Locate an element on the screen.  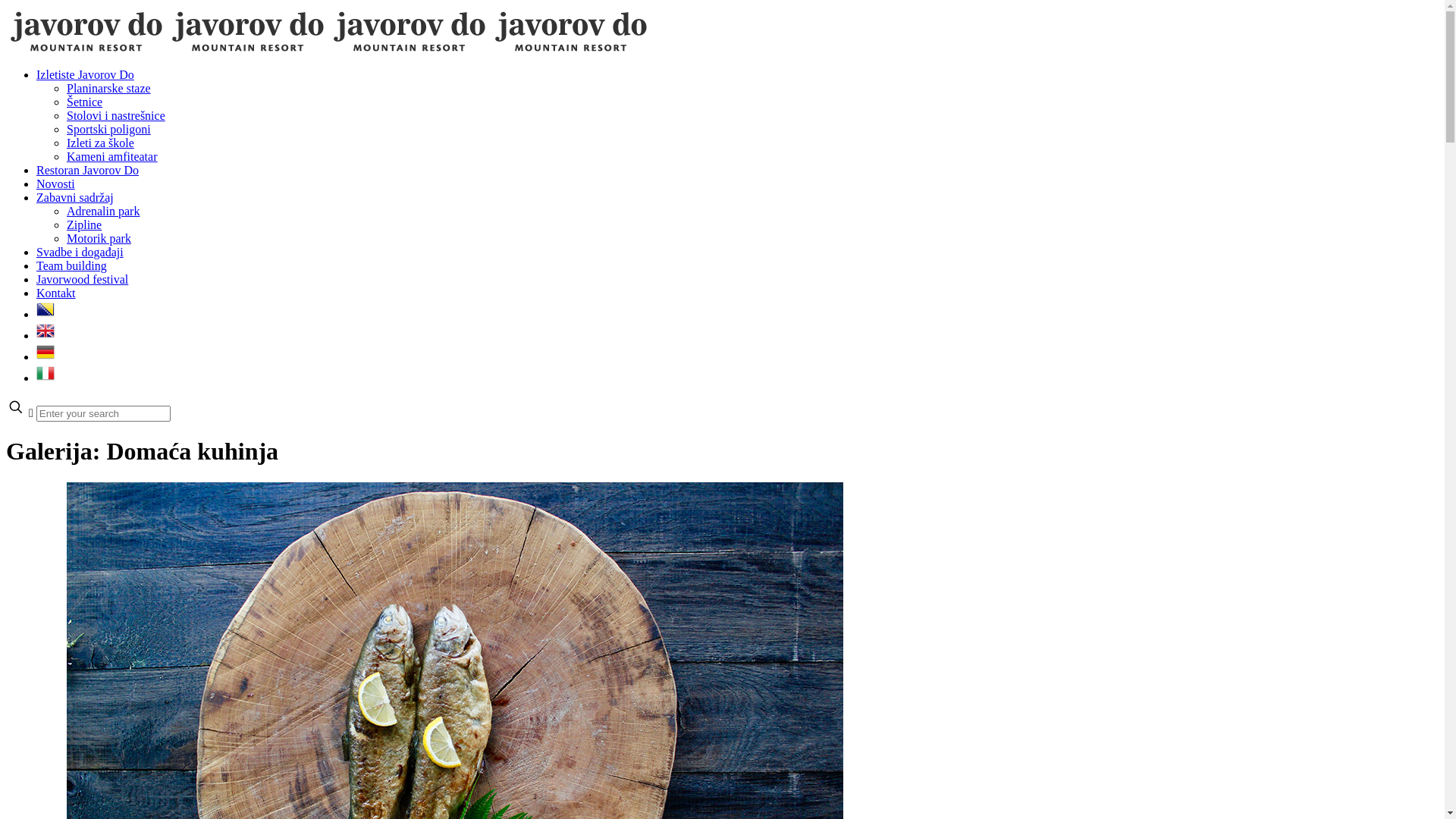
'Adrenalin park' is located at coordinates (65, 211).